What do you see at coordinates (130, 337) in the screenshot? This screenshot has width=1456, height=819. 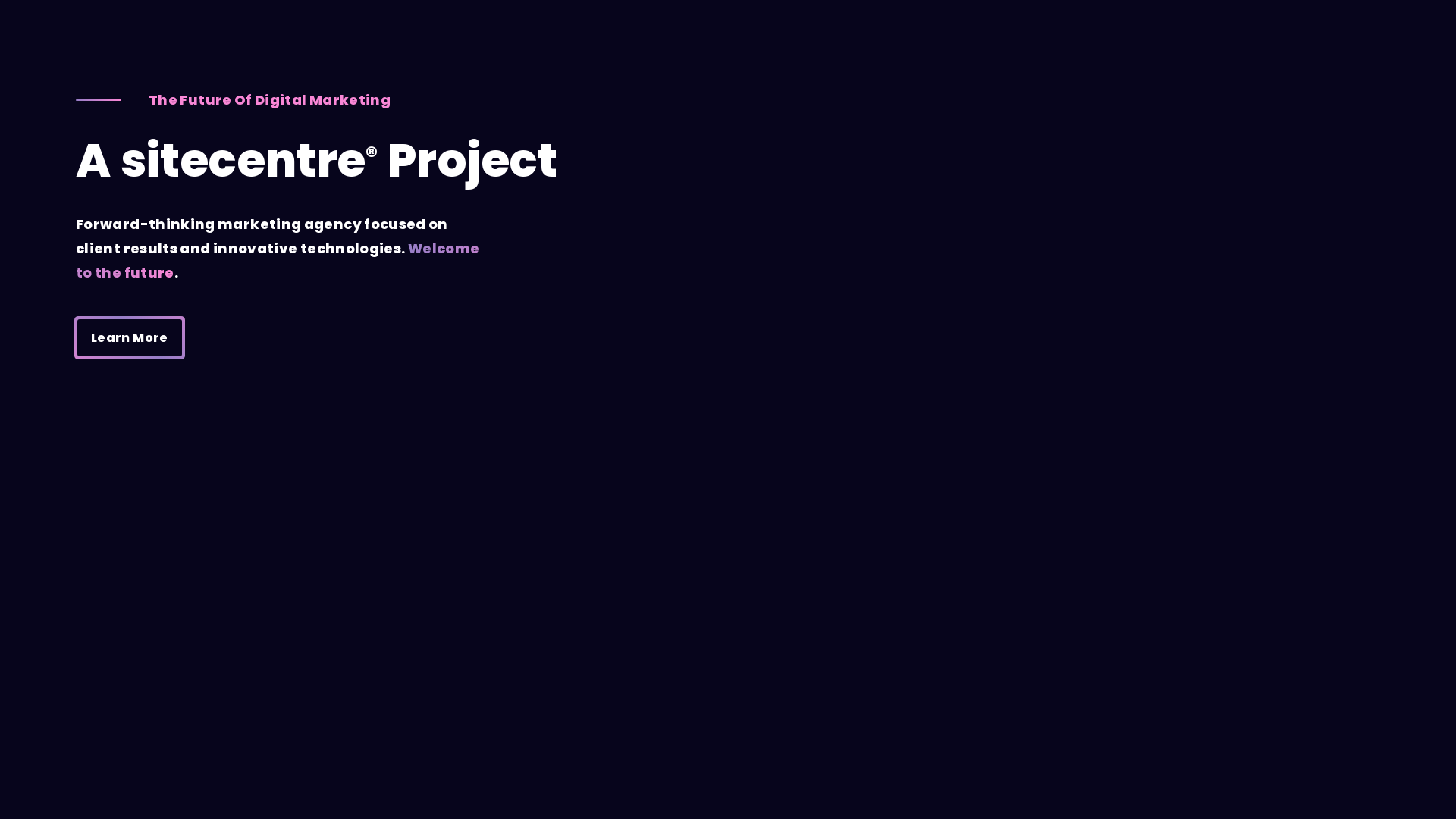 I see `'Learn More'` at bounding box center [130, 337].